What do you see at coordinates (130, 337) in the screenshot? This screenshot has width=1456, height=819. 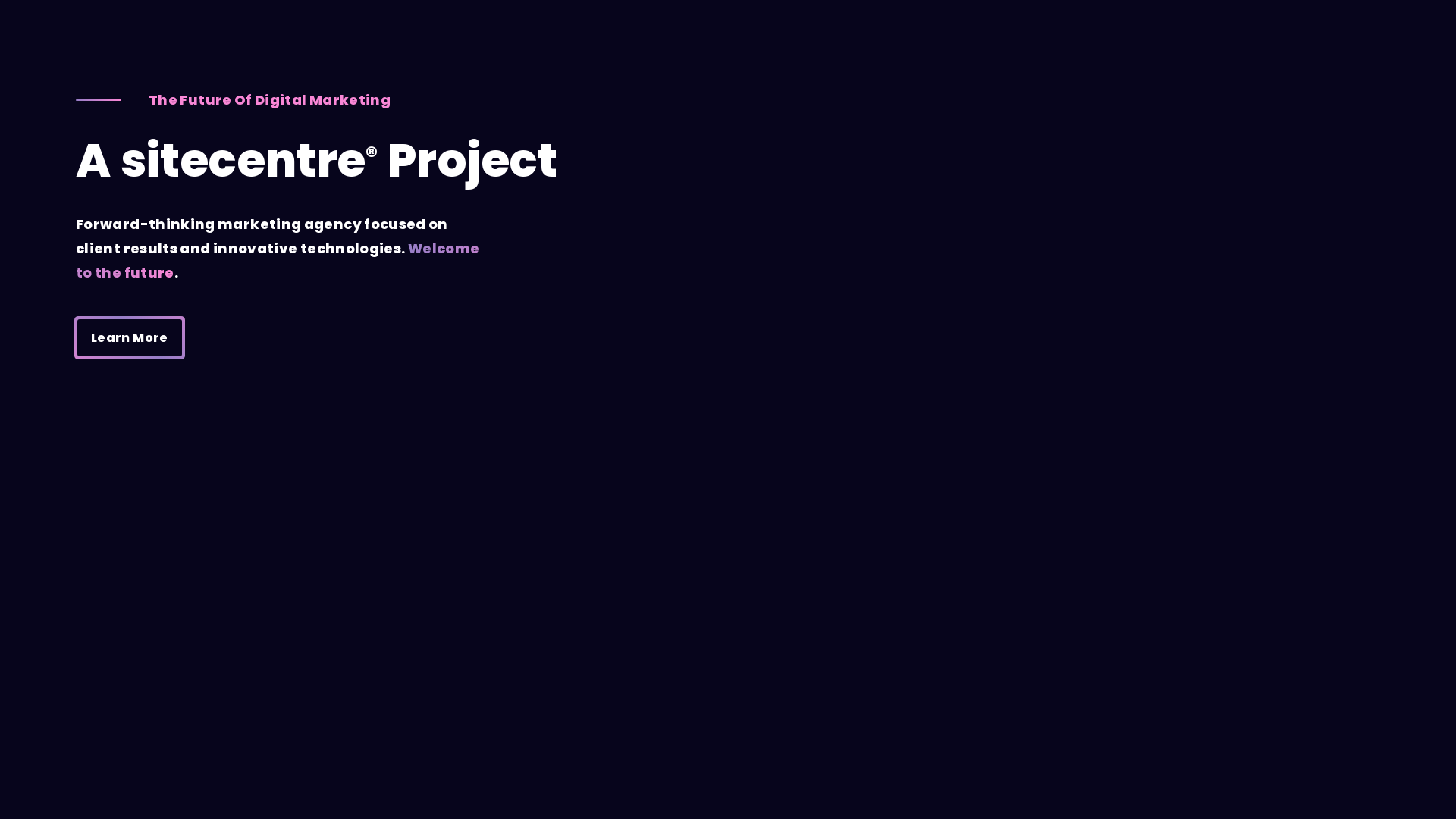 I see `'Learn More'` at bounding box center [130, 337].